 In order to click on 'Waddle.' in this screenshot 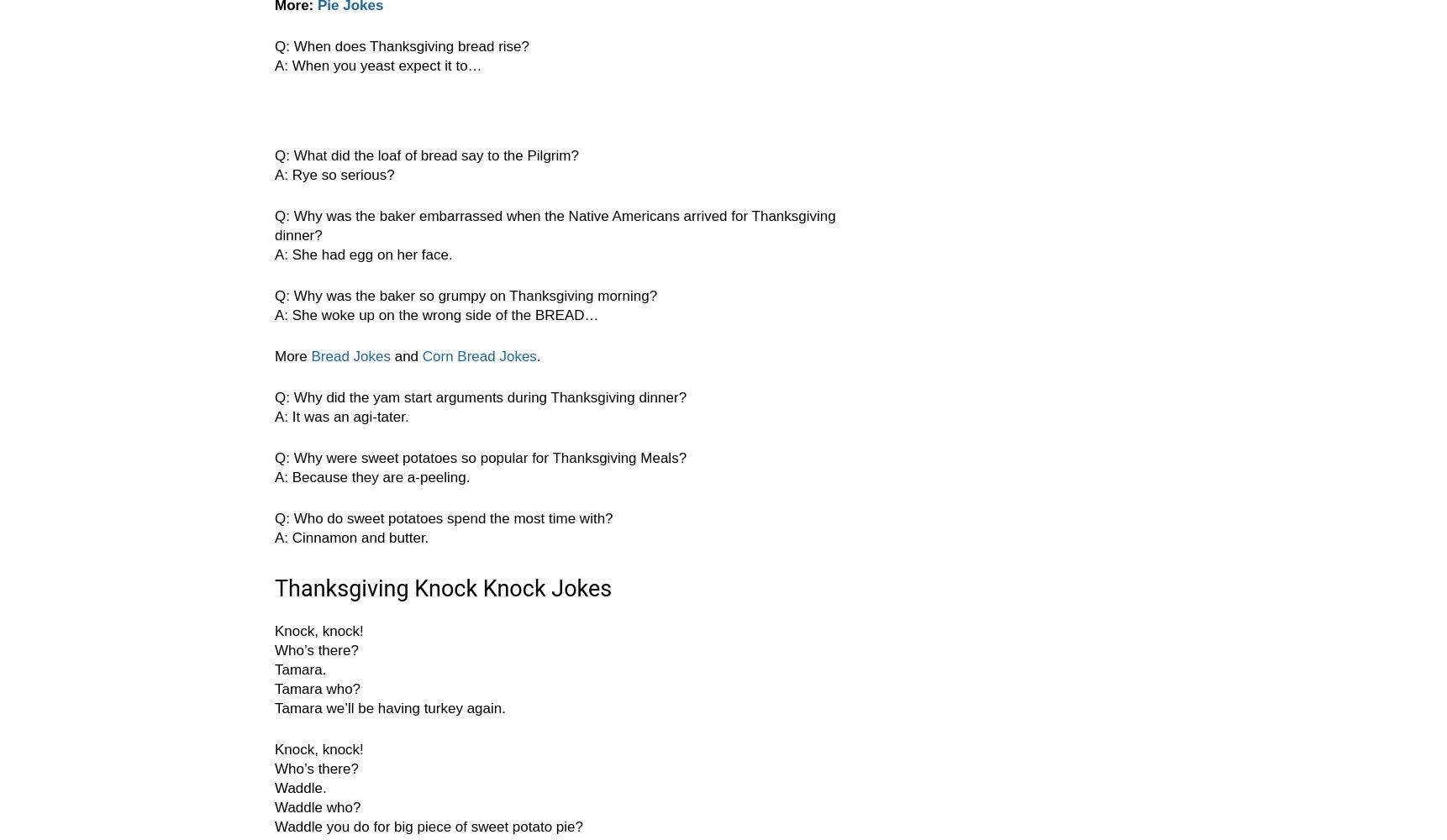, I will do `click(299, 788)`.